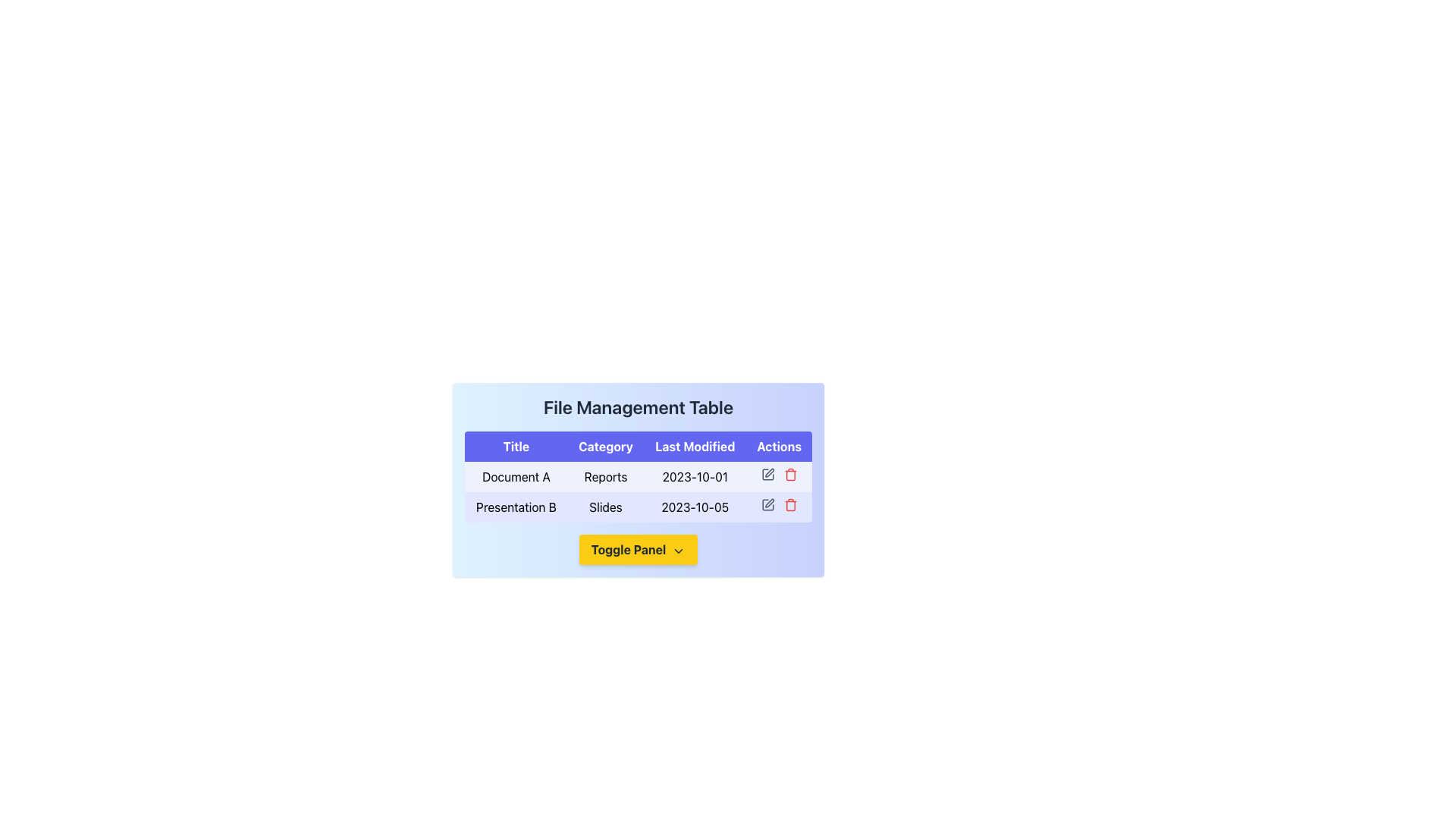 The width and height of the screenshot is (1456, 819). Describe the element at coordinates (779, 446) in the screenshot. I see `the fourth column header of the 'File Management Table', which is located to the right of 'Last Modified'` at that location.